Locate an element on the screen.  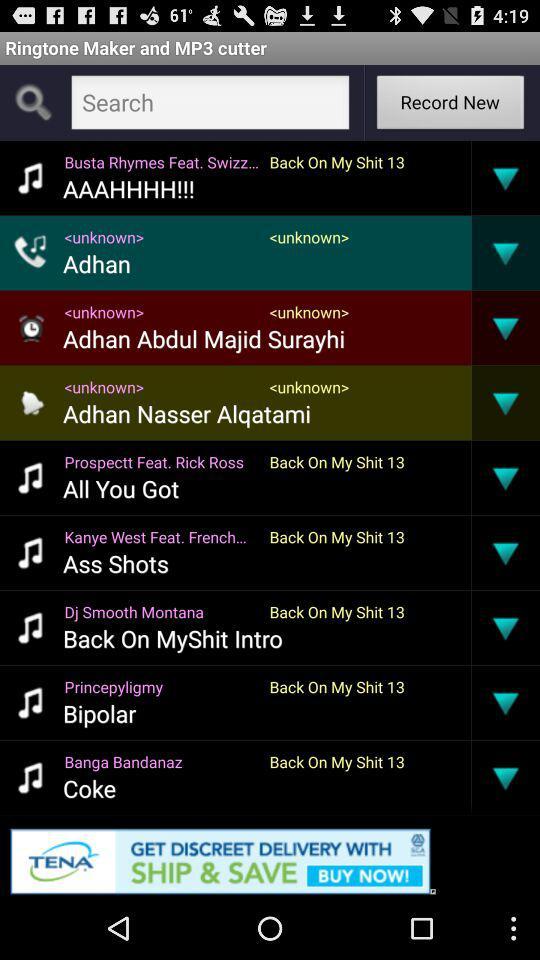
item next to back on my item is located at coordinates (471, 776).